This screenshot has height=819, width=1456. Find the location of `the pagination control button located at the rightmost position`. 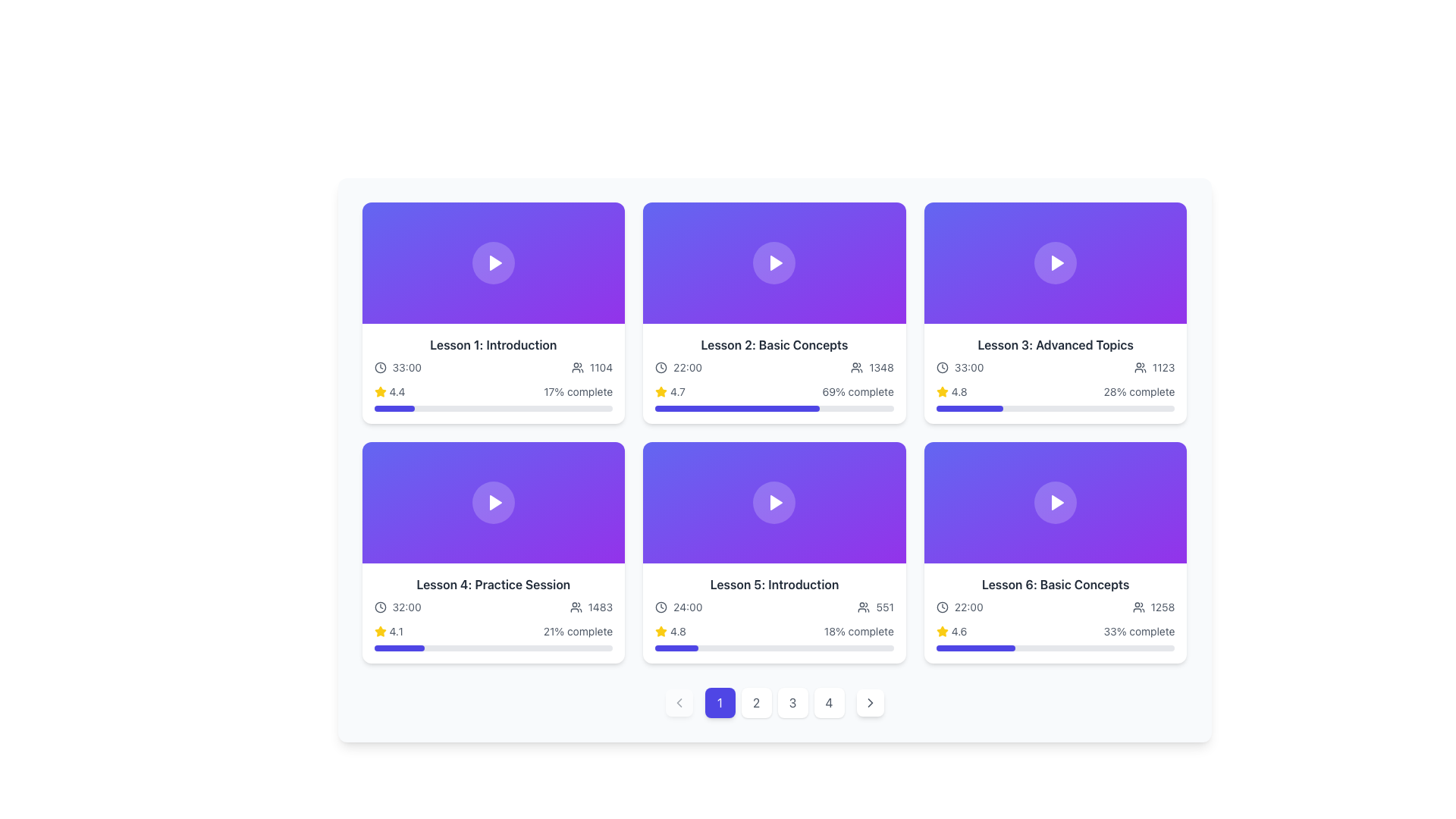

the pagination control button located at the rightmost position is located at coordinates (870, 702).